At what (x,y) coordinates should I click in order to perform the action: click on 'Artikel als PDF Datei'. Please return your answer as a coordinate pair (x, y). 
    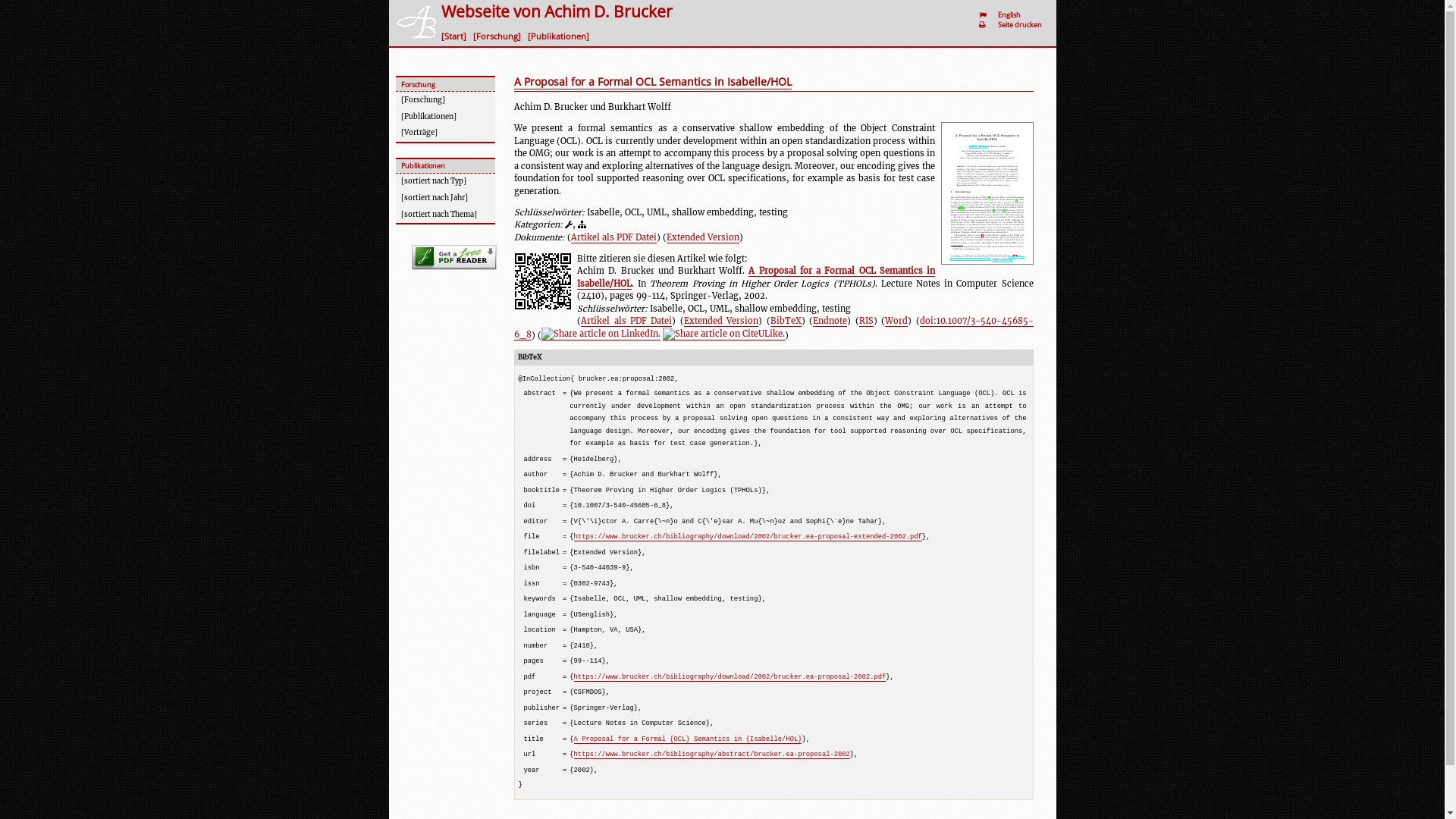
    Looking at the image, I should click on (626, 320).